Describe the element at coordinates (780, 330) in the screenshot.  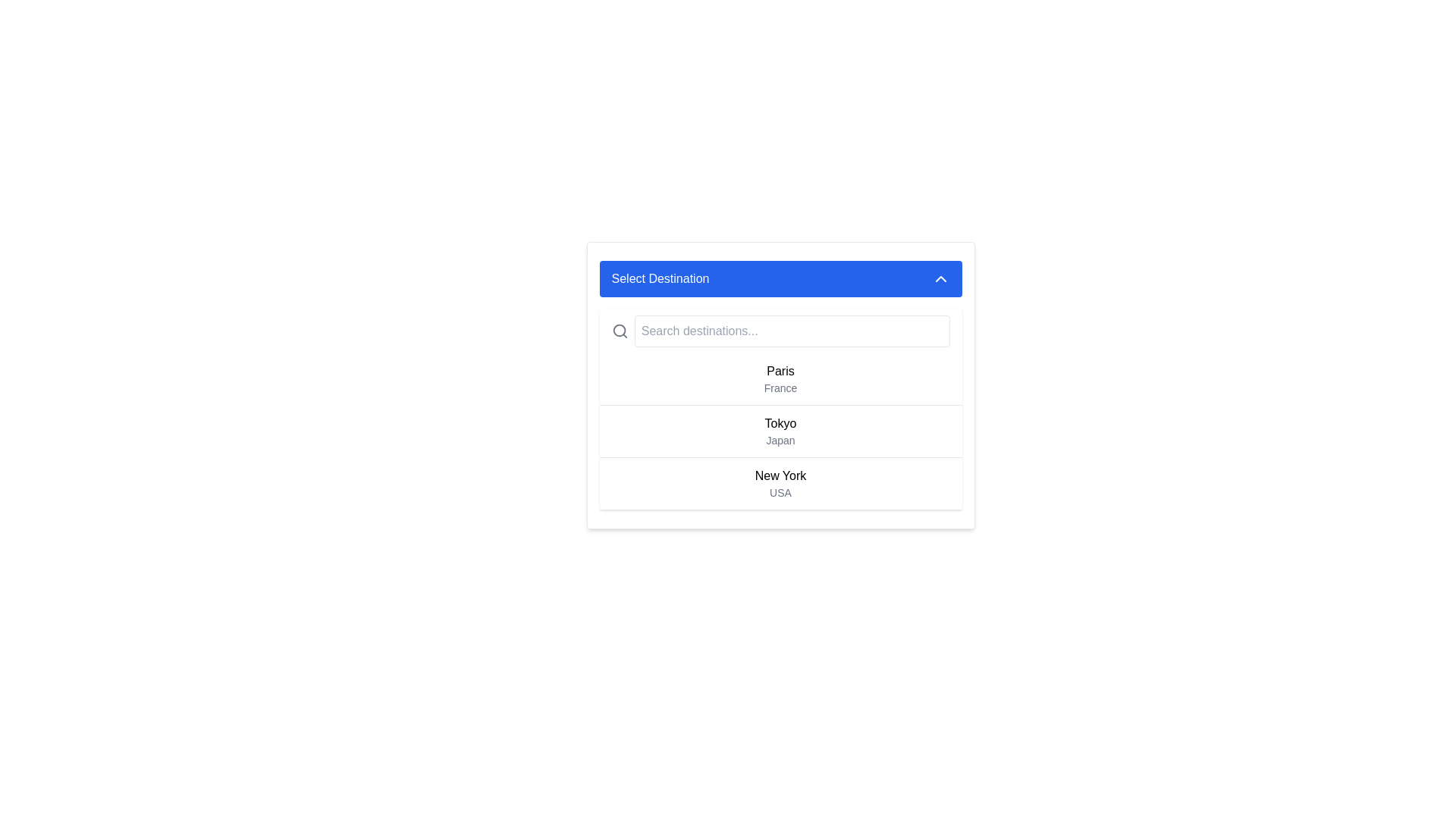
I see `the text input field labeled 'Search destinations...' located in the dropdown list interface below the title bar 'Select Destination'` at that location.